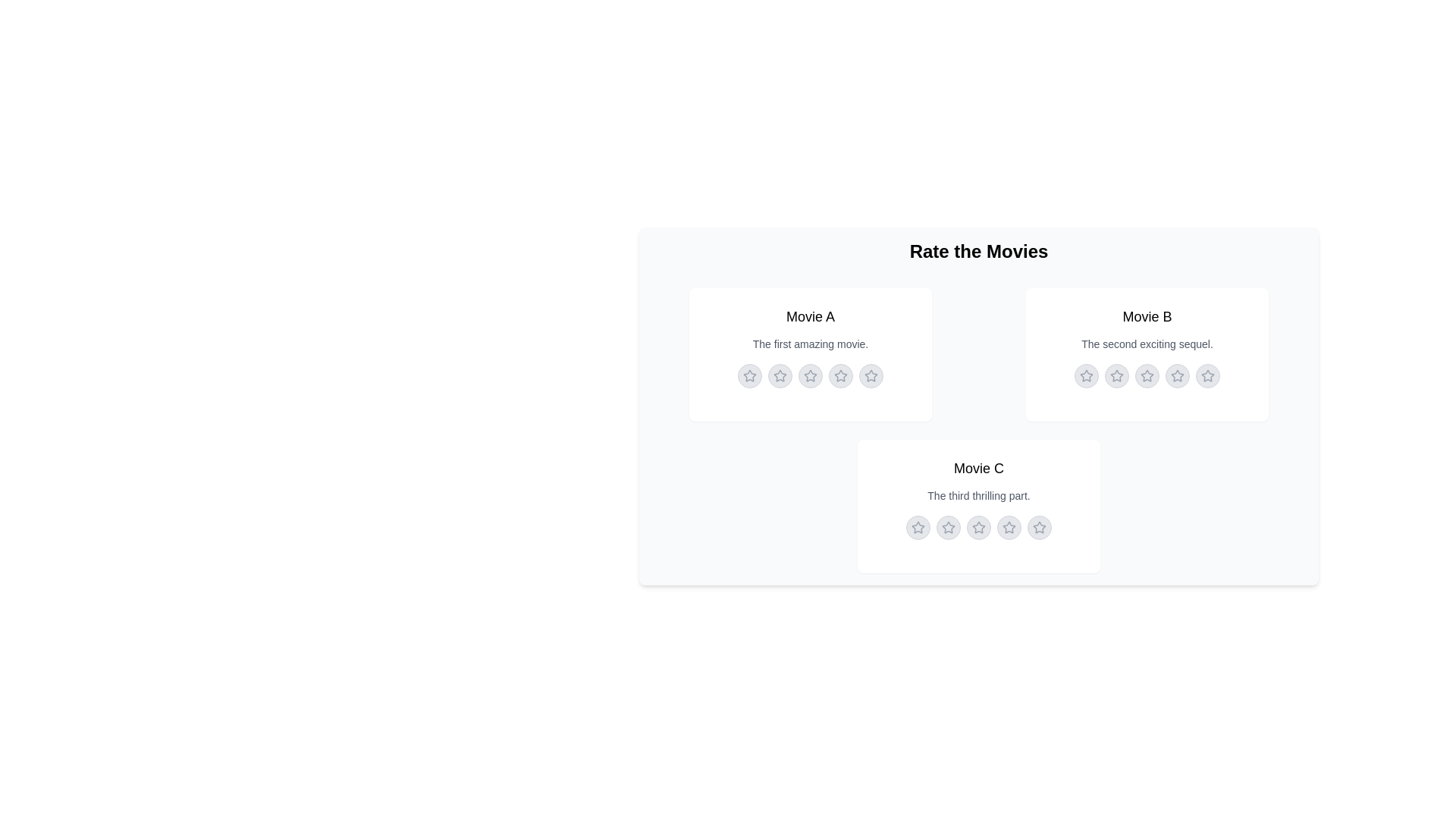 The image size is (1456, 819). What do you see at coordinates (1086, 375) in the screenshot?
I see `the first star-shaped rating icon with a black outline under the 'Movie B' section to give it focus` at bounding box center [1086, 375].